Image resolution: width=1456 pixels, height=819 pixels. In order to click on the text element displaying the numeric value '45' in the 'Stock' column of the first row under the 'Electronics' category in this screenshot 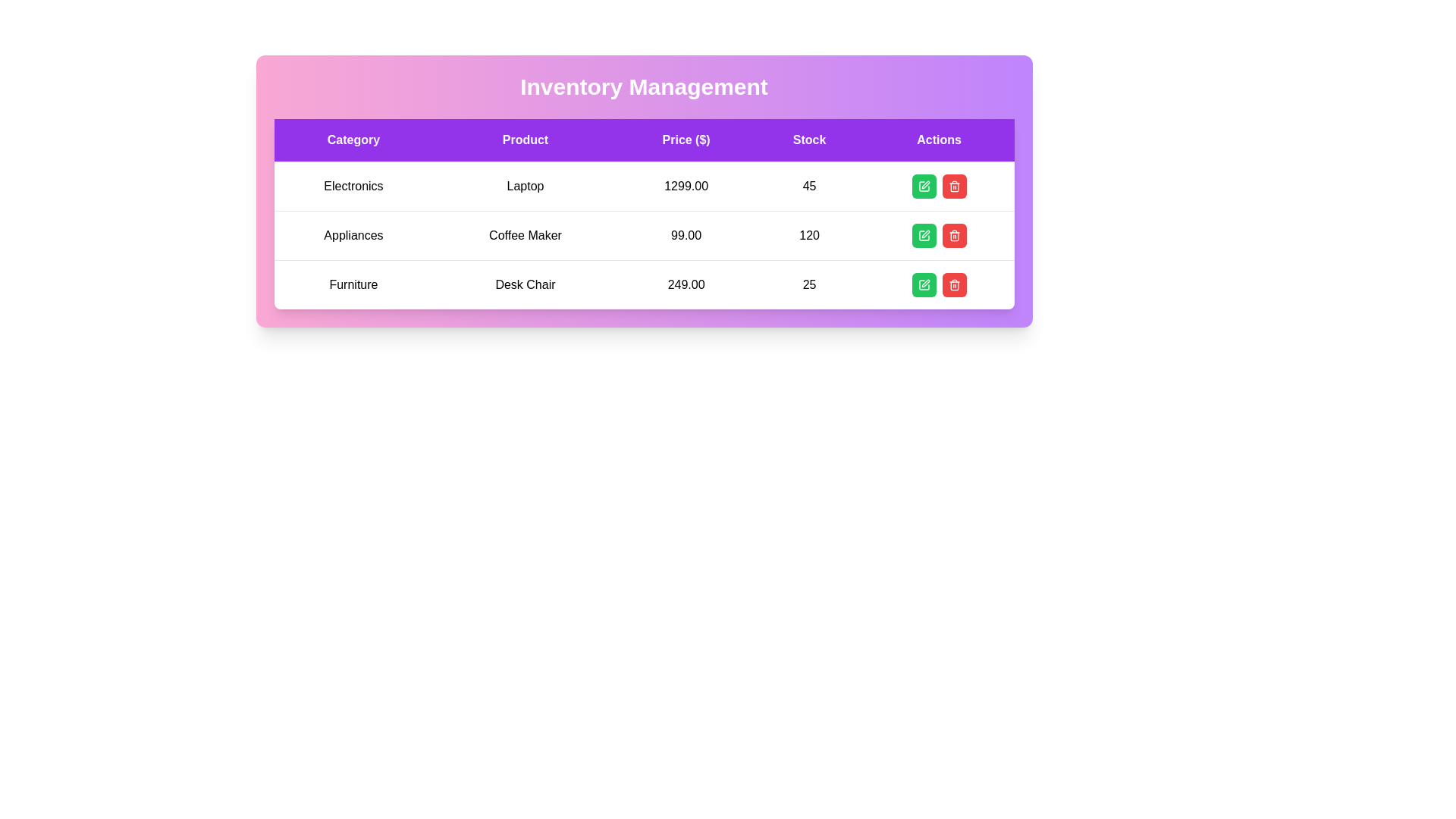, I will do `click(808, 186)`.